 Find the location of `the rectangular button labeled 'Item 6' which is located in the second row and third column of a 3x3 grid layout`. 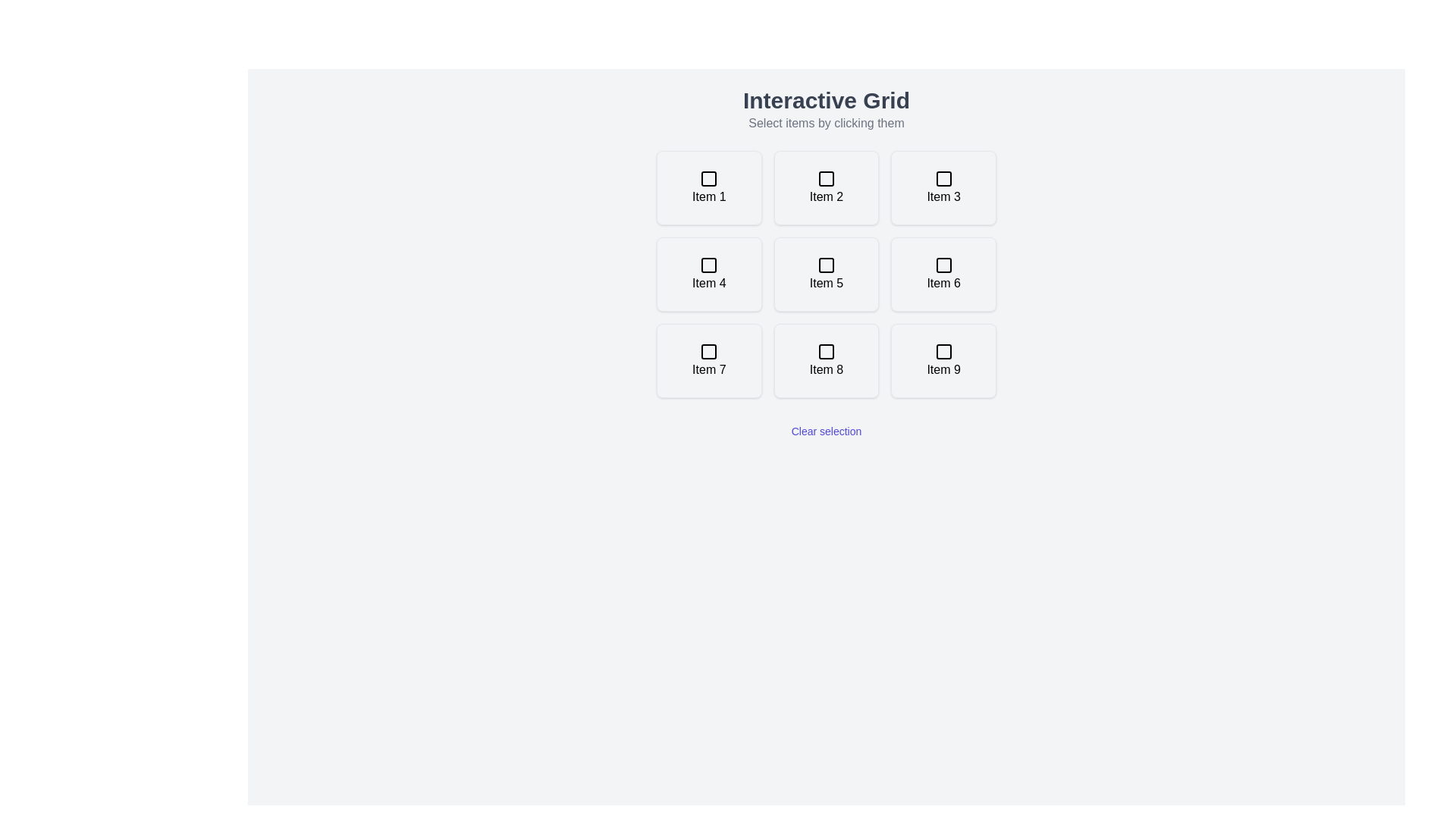

the rectangular button labeled 'Item 6' which is located in the second row and third column of a 3x3 grid layout is located at coordinates (943, 275).